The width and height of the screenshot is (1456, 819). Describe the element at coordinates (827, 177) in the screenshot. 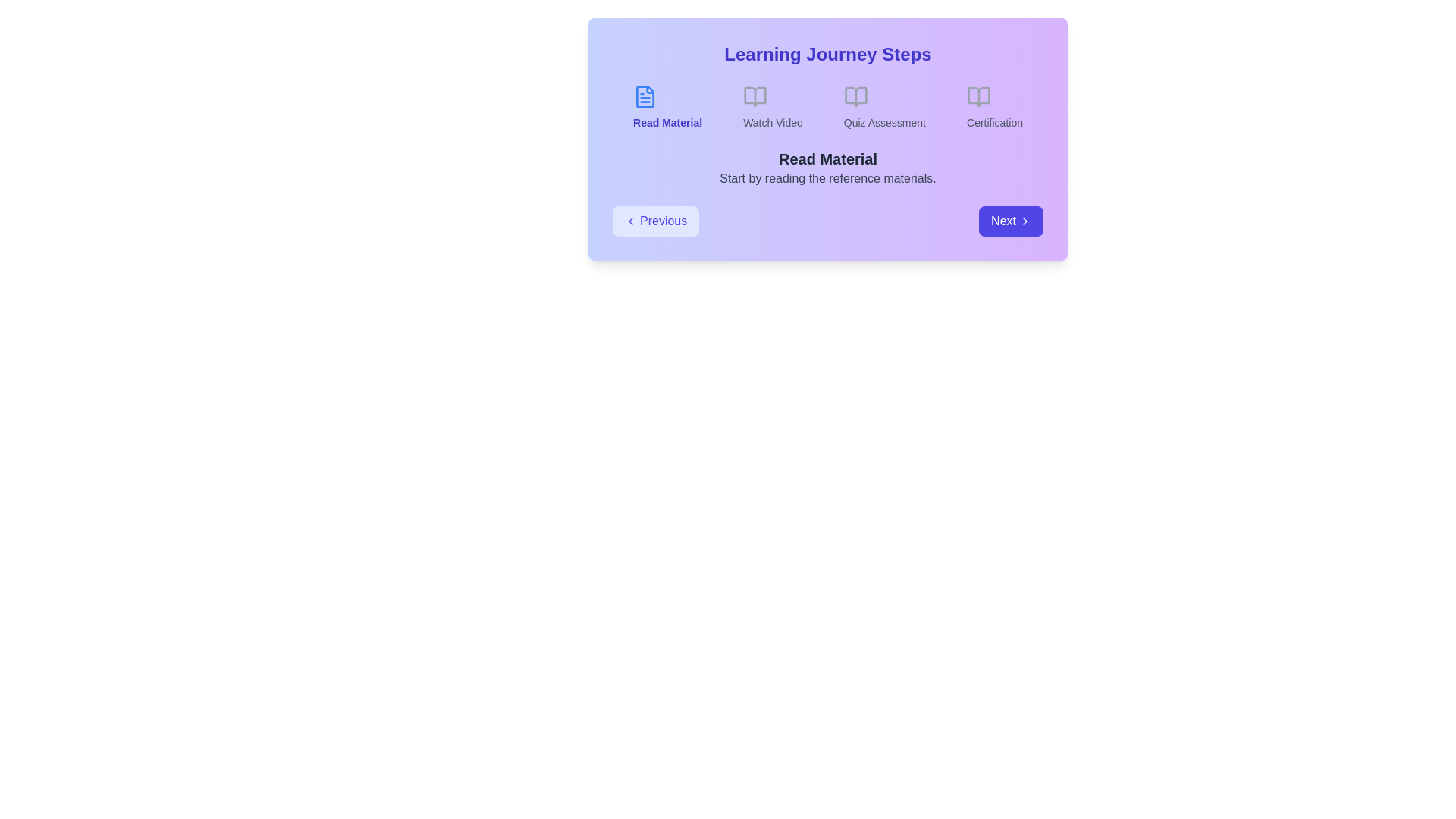

I see `the text element displaying 'Start by reading the reference materials.' which is located directly below the title 'Read Material' in a light purple card layout` at that location.